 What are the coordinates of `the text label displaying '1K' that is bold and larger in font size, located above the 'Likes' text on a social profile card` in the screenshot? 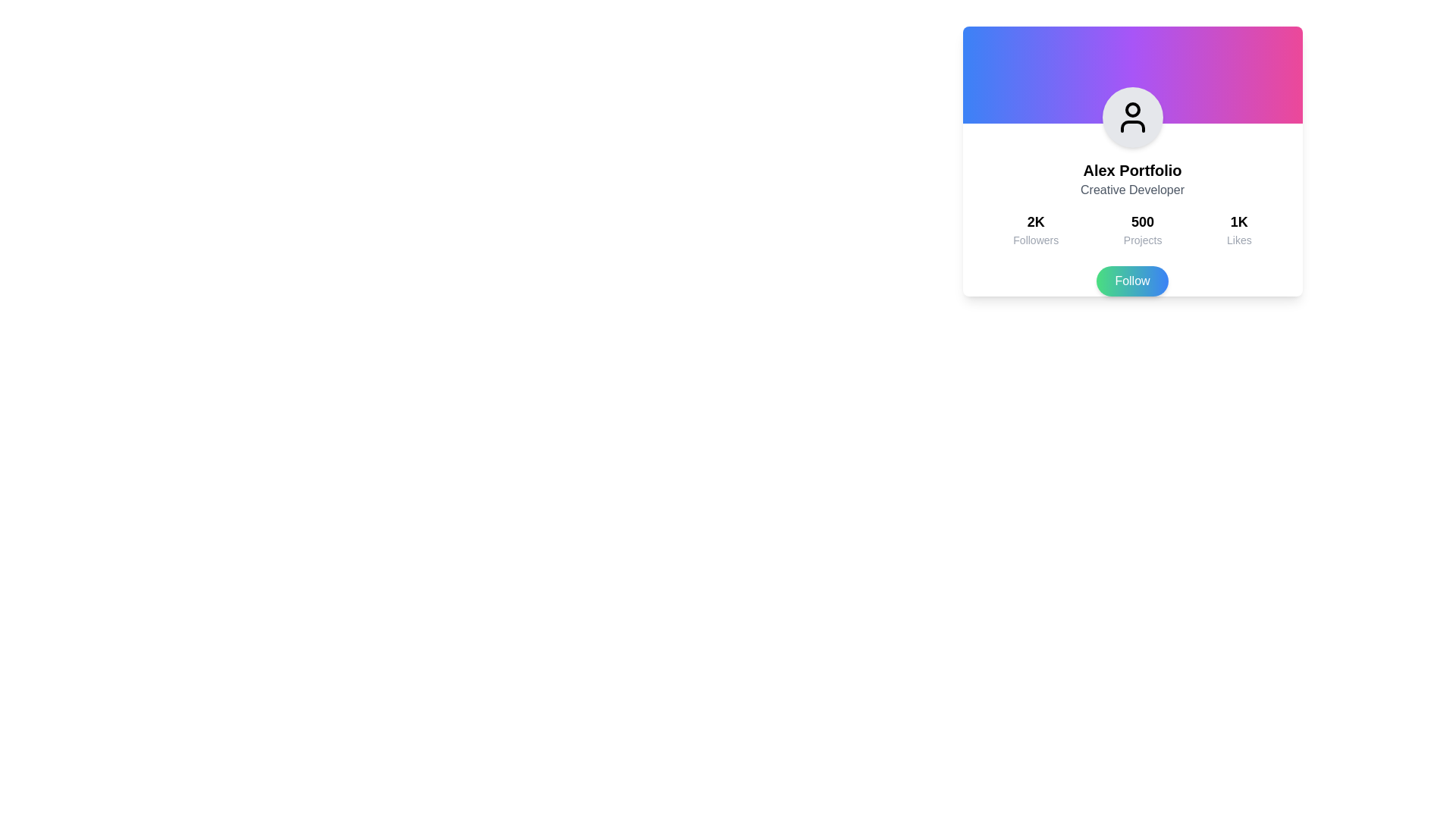 It's located at (1239, 222).